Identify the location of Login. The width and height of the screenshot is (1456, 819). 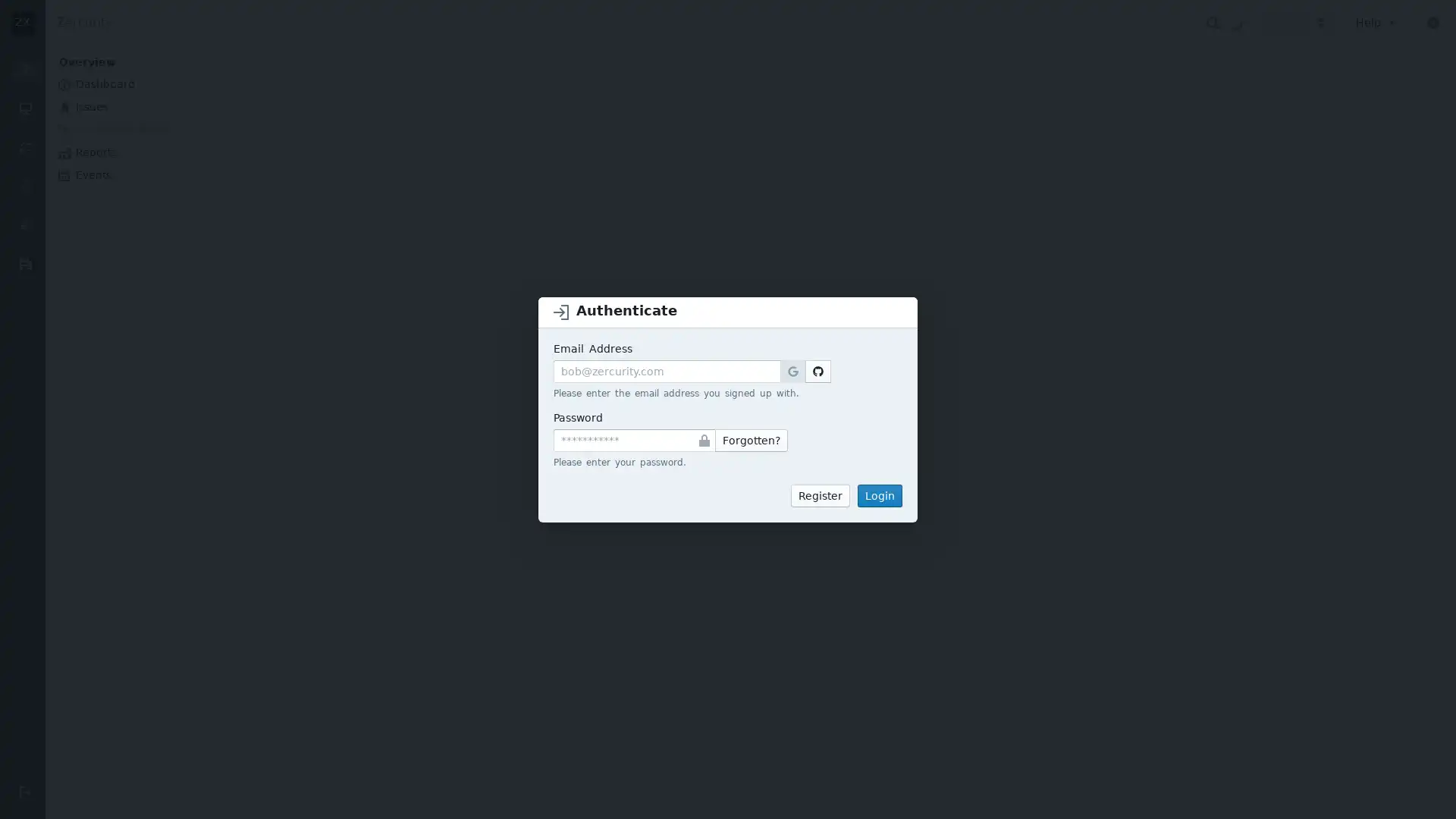
(880, 494).